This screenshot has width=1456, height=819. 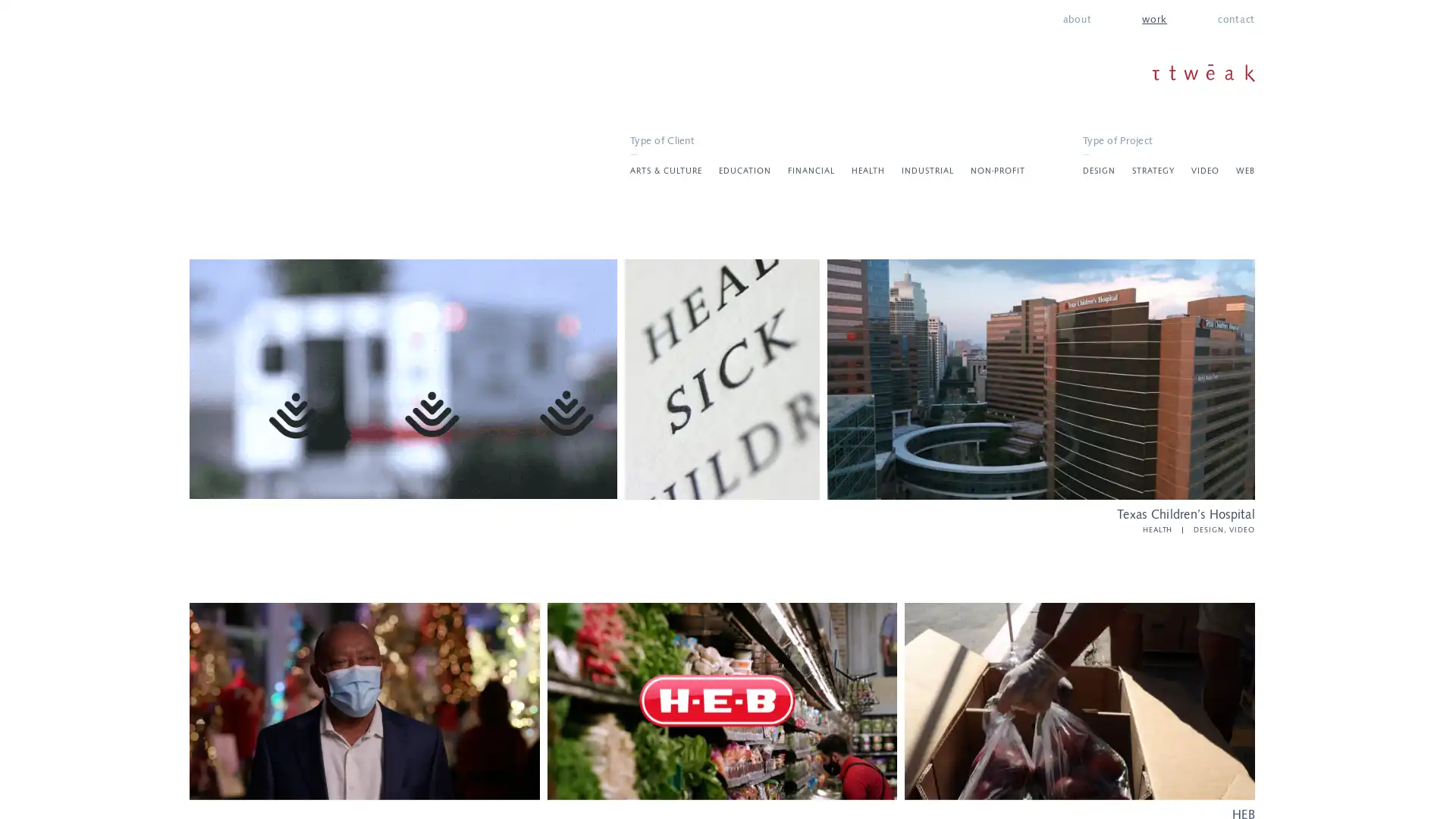 What do you see at coordinates (868, 171) in the screenshot?
I see `HEALTH` at bounding box center [868, 171].